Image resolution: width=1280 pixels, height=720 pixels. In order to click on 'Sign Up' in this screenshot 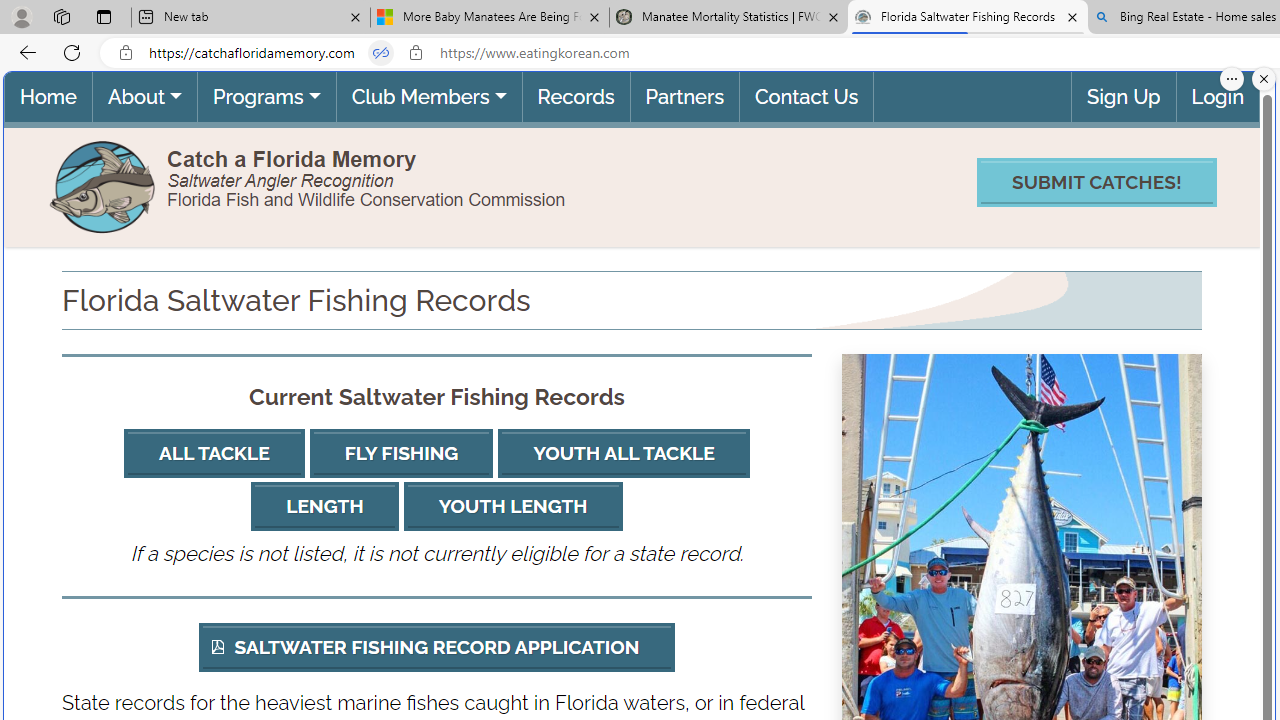, I will do `click(1123, 96)`.